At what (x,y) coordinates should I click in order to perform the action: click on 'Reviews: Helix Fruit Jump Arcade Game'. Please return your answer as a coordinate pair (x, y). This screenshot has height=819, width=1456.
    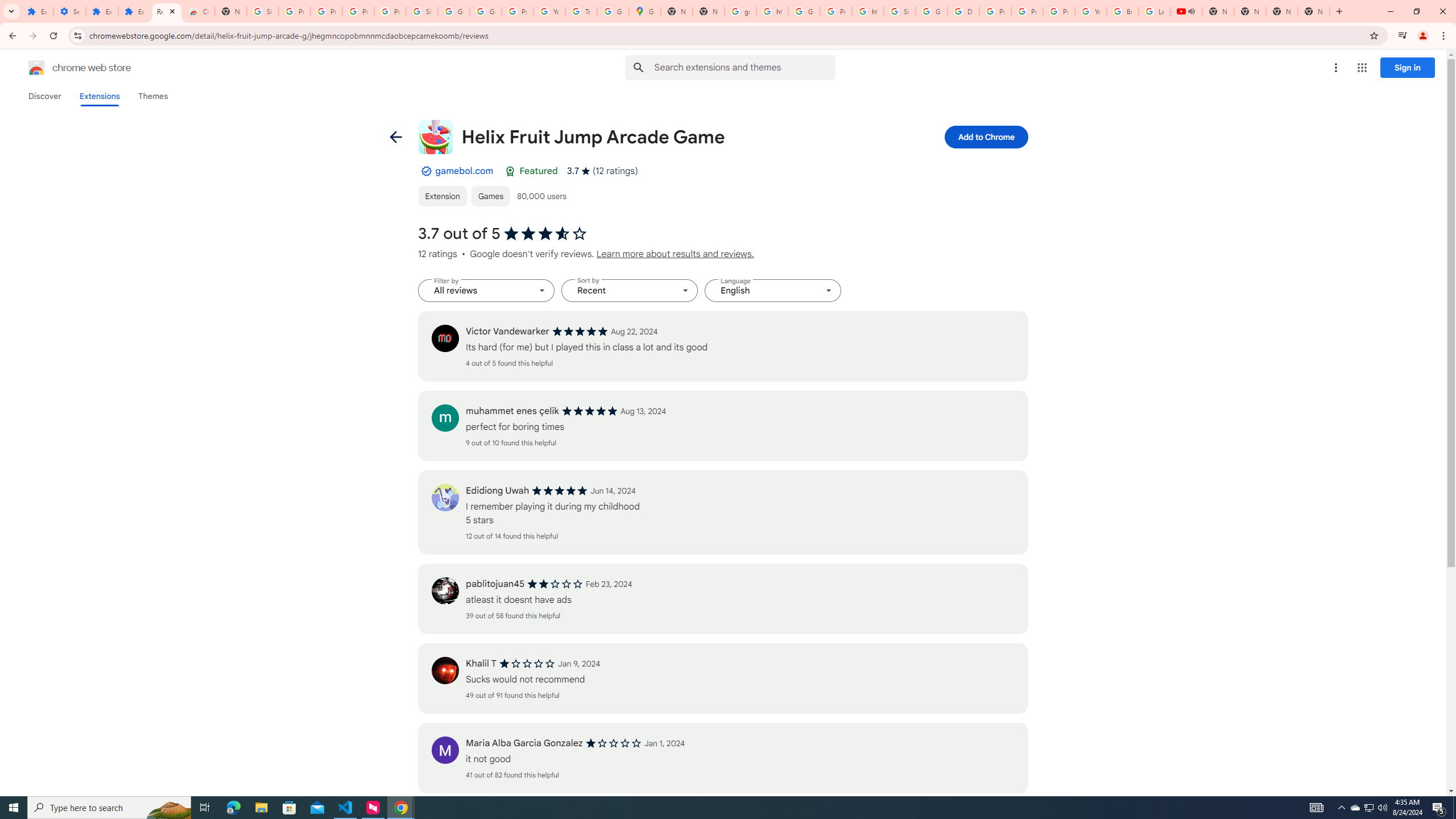
    Looking at the image, I should click on (167, 11).